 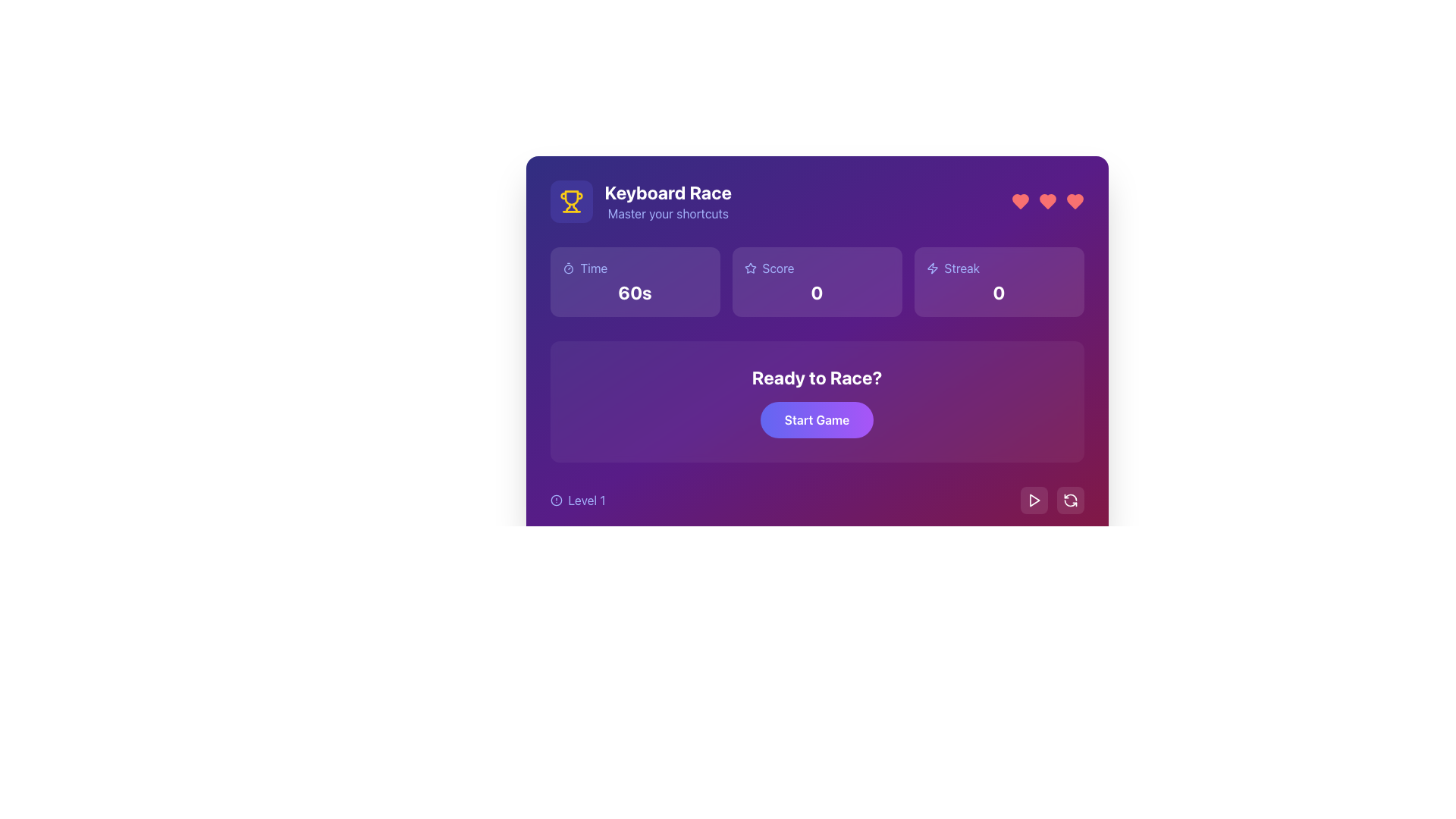 I want to click on the informational card displaying the current score in the 'Keyboard Race' game, which is centrally located between the 'Time' and 'Streak' sections, so click(x=816, y=281).